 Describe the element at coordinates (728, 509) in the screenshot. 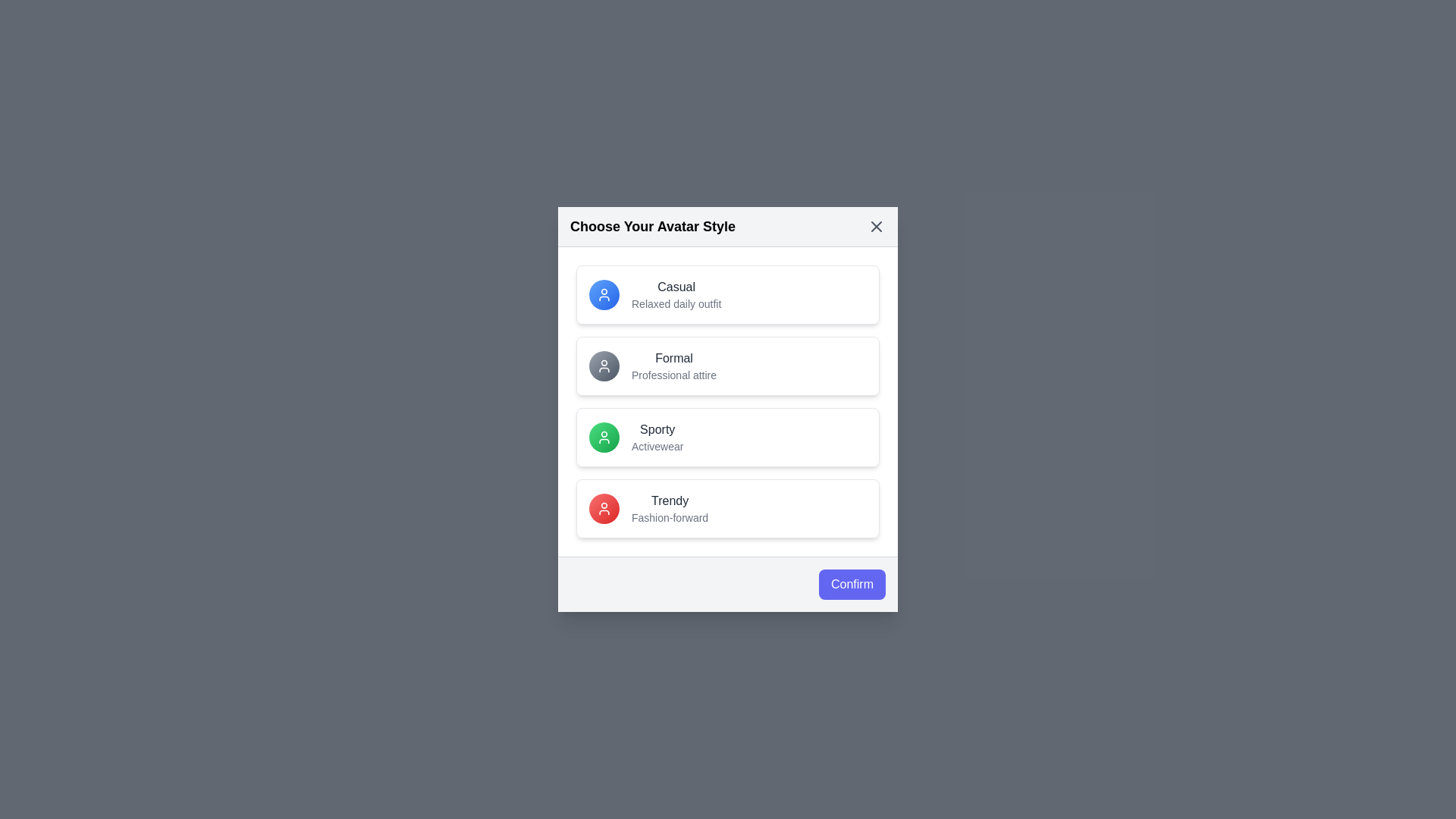

I see `the avatar with style Trendy` at that location.